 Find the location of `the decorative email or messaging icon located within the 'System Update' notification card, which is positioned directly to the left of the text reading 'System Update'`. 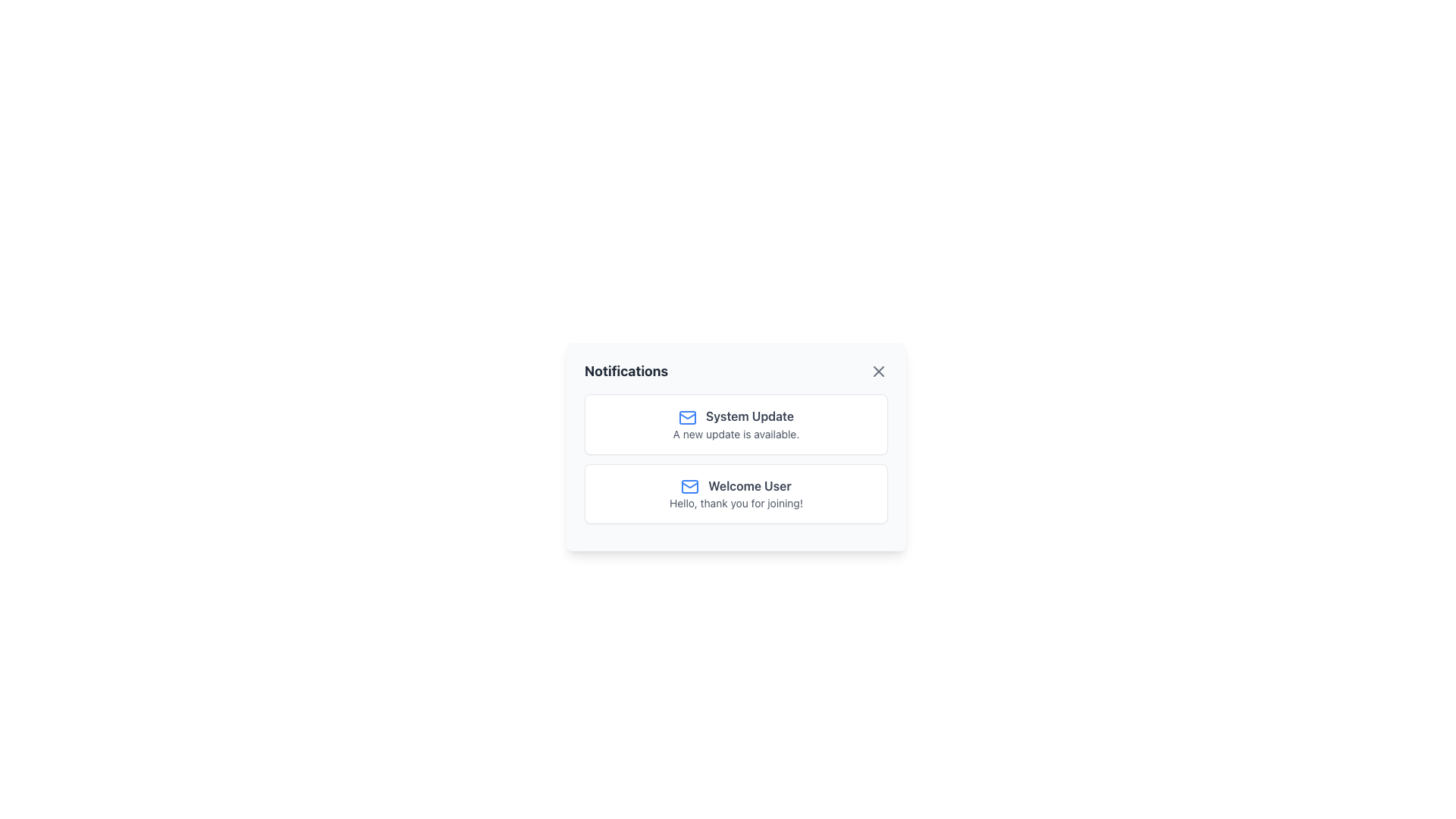

the decorative email or messaging icon located within the 'System Update' notification card, which is positioned directly to the left of the text reading 'System Update' is located at coordinates (686, 417).